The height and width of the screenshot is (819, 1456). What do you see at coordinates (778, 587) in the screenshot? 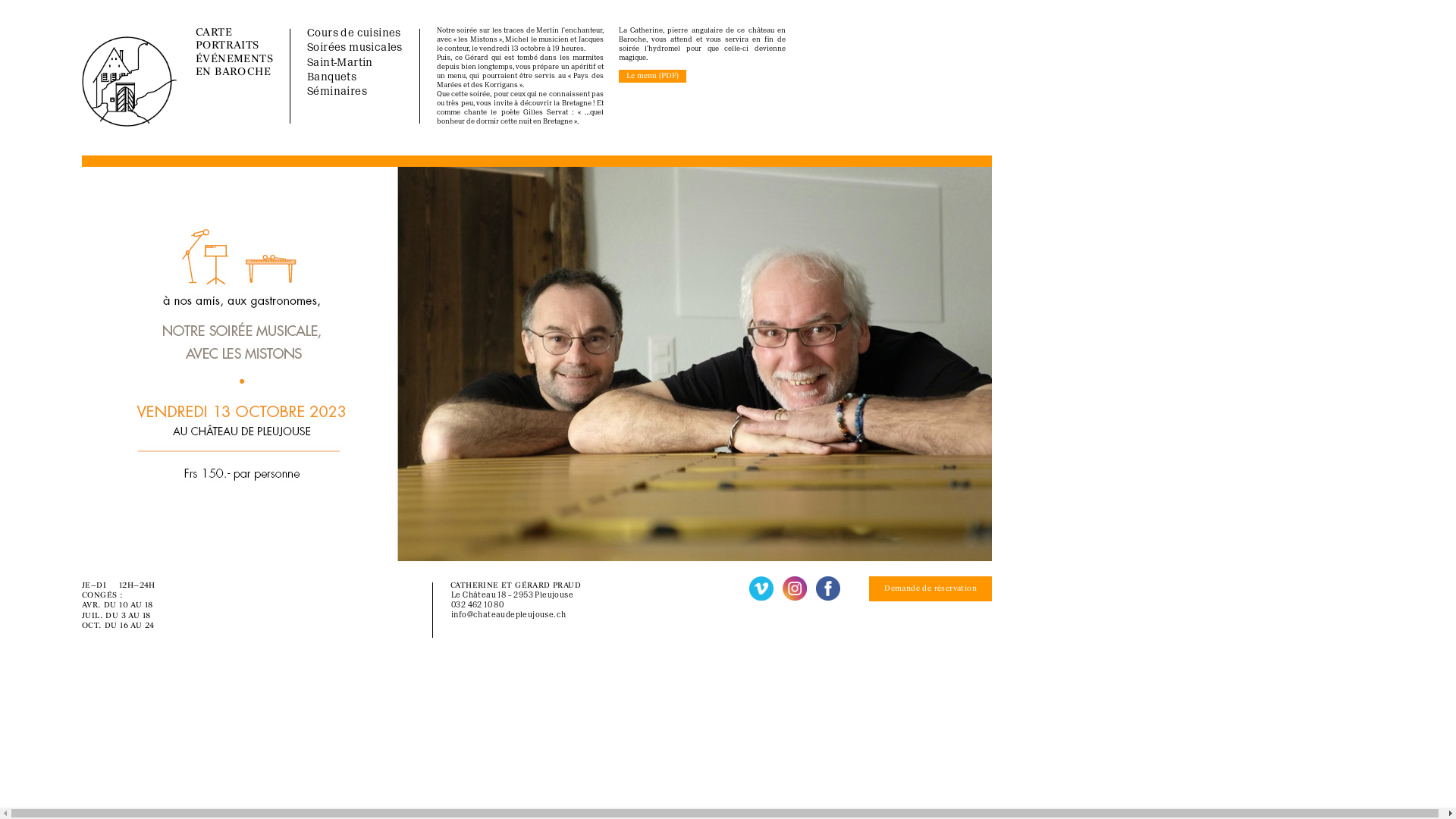
I see `'Instagram'` at bounding box center [778, 587].